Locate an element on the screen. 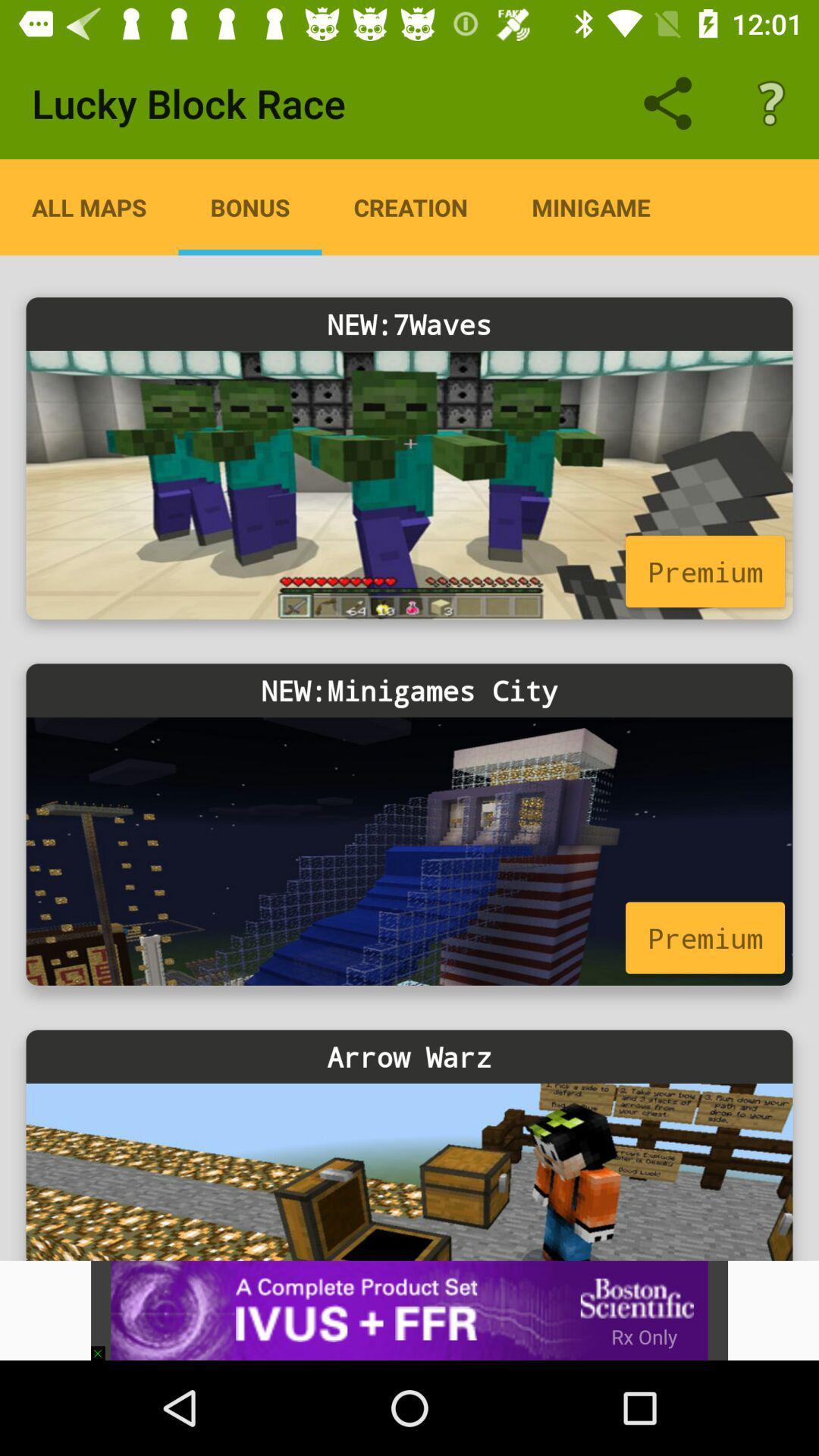  the item next to the all maps icon is located at coordinates (249, 206).